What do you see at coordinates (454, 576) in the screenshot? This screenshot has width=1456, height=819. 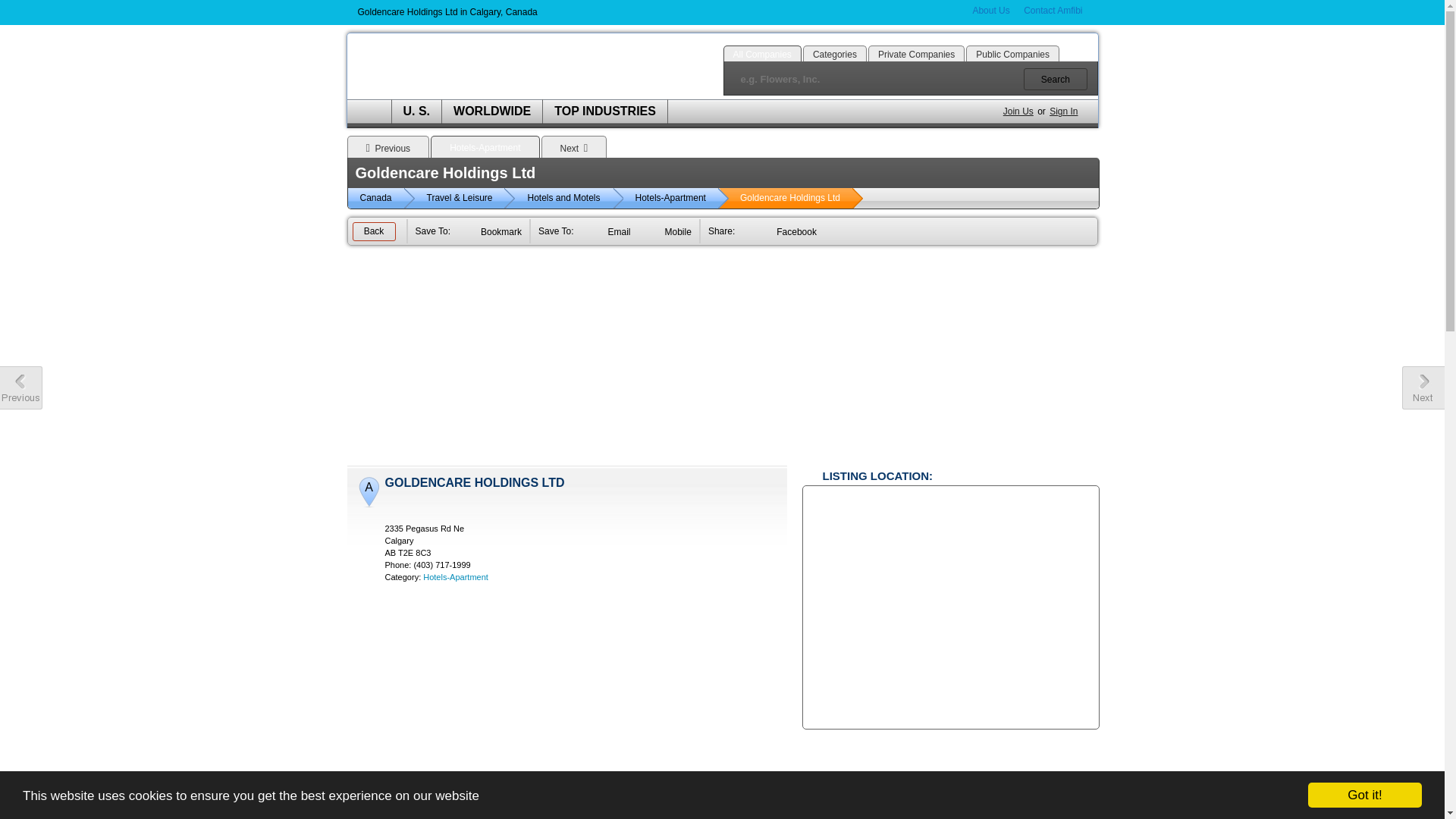 I see `'Hotels-Apartment'` at bounding box center [454, 576].